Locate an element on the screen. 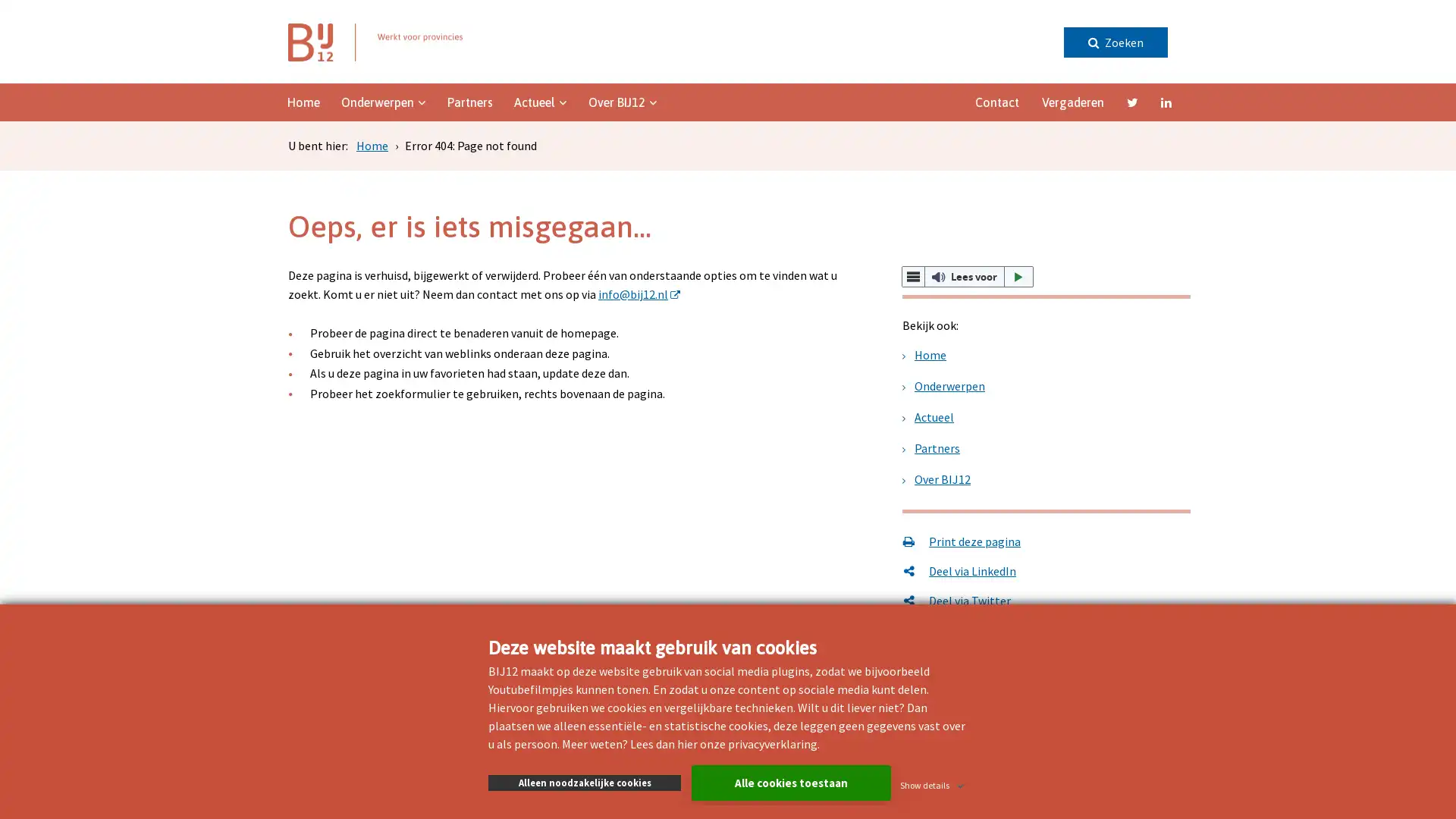 The width and height of the screenshot is (1456, 819). ReadSpeaker webReader: Luister met webReader is located at coordinates (967, 277).